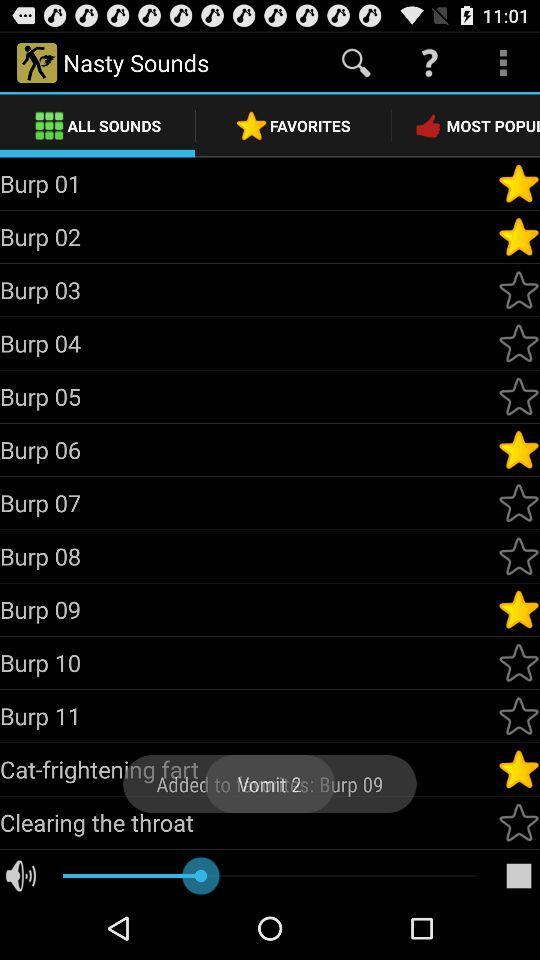 This screenshot has width=540, height=960. I want to click on the burp 06 app, so click(248, 449).